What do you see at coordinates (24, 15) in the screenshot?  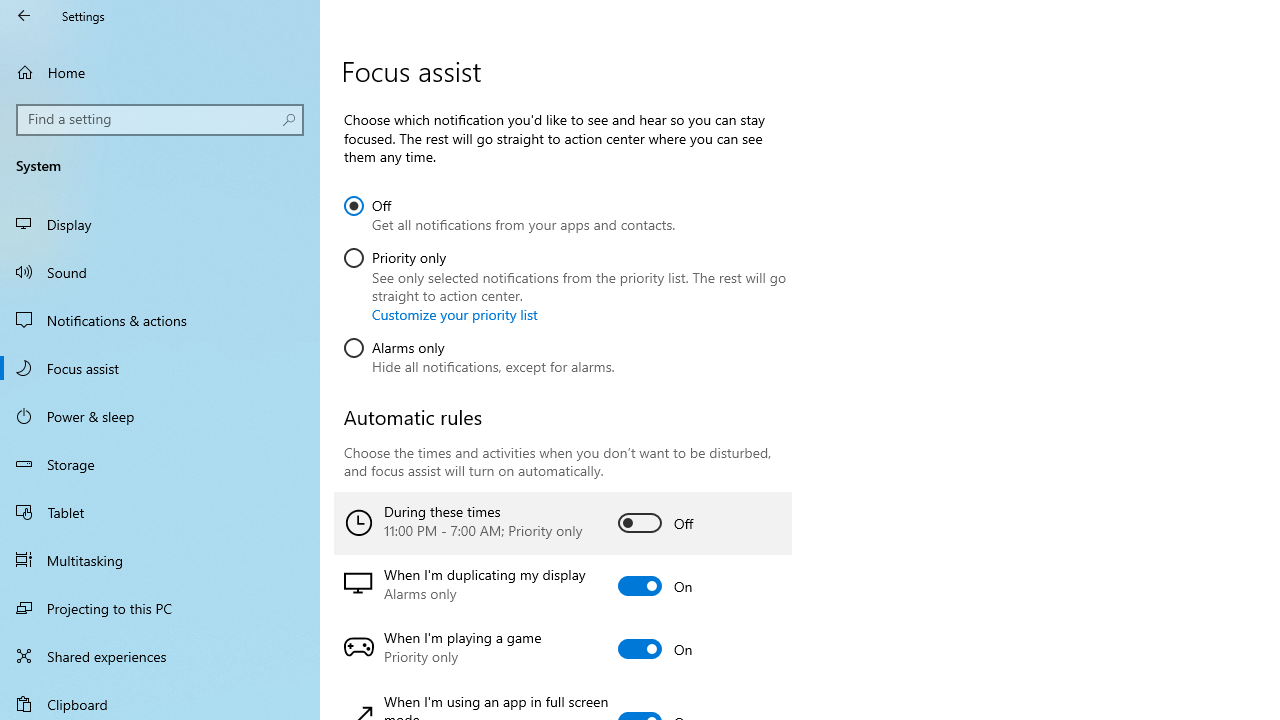 I see `'Back'` at bounding box center [24, 15].